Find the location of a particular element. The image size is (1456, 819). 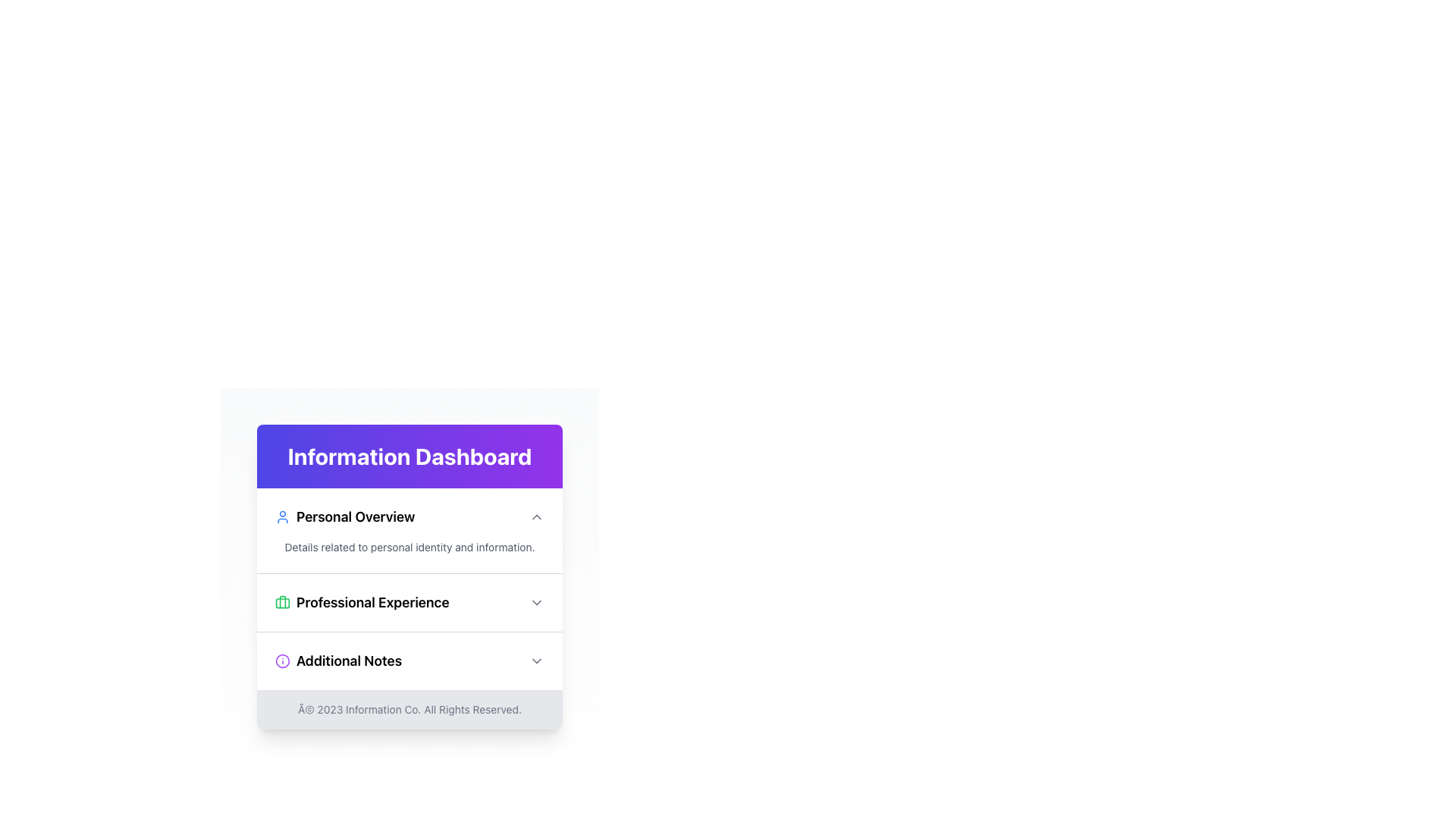

the copyright information text located at the bottom of the interface in the light gray footer bar is located at coordinates (409, 710).